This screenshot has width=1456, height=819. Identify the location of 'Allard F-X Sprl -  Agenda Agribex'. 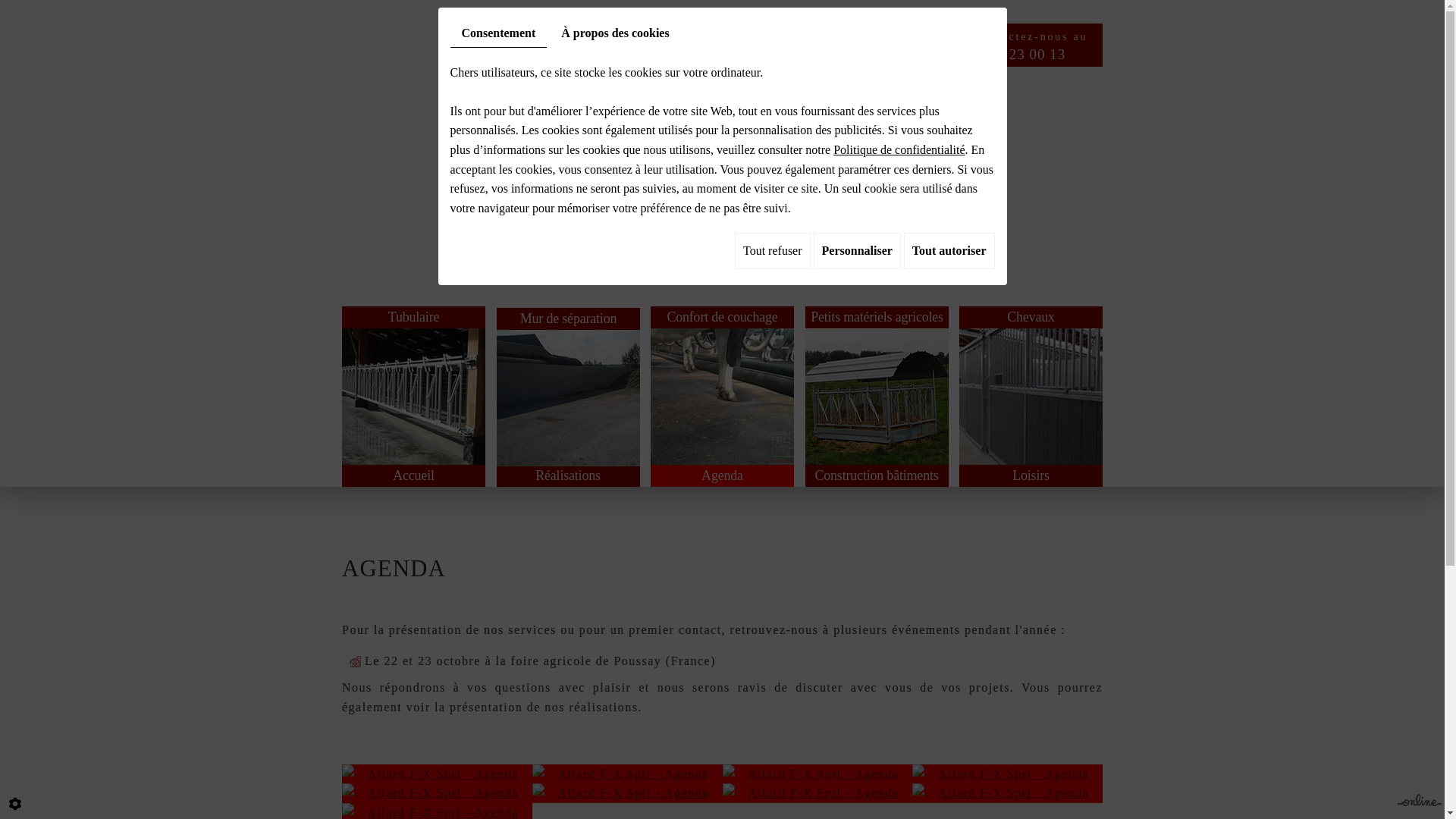
(436, 774).